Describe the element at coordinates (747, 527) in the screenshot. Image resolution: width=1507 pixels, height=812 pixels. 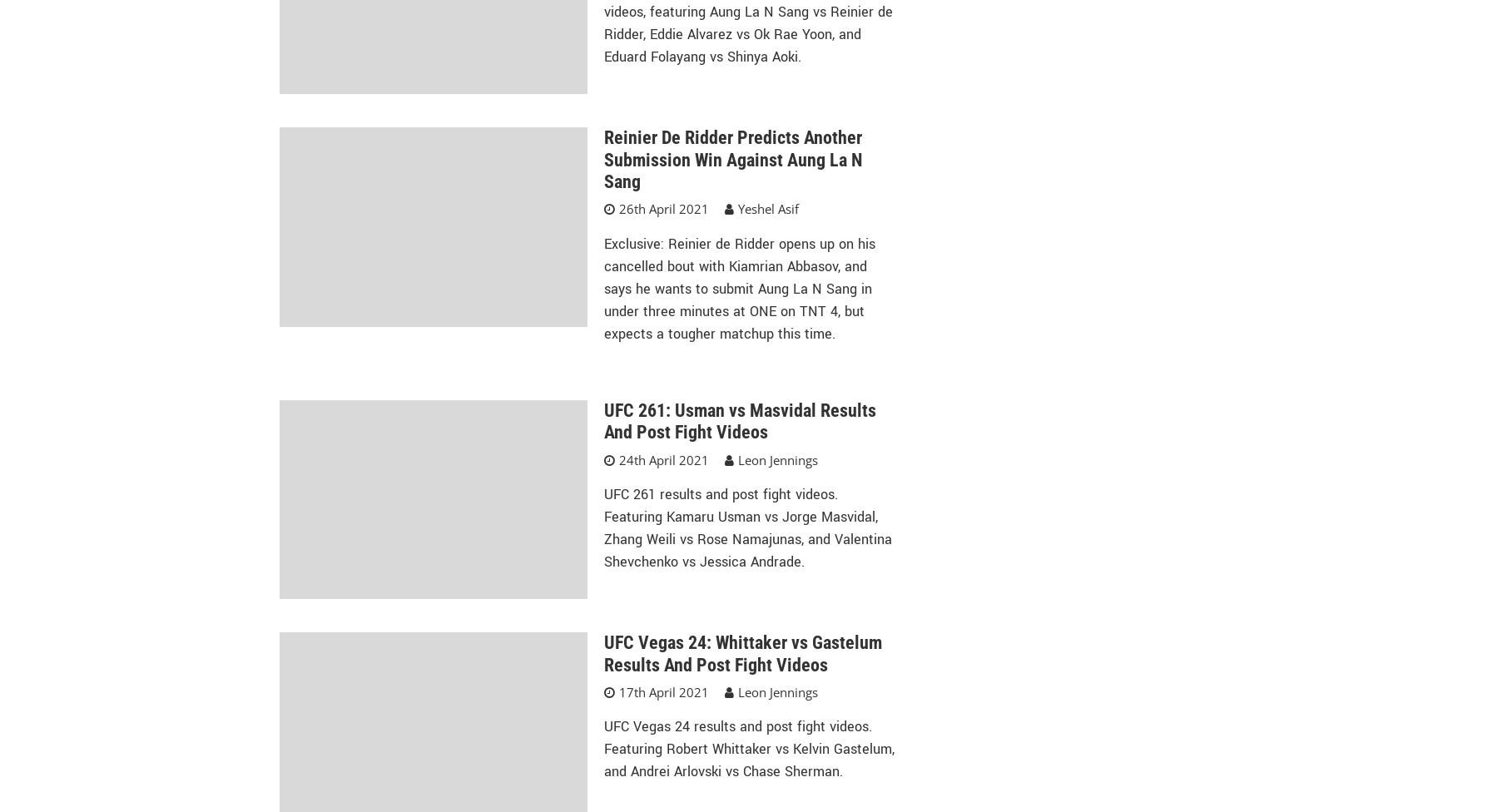
I see `'UFC 261 results and post fight videos. Featuring Kamaru Usman vs Jorge Masvidal, Zhang Weili vs Rose Namajunas, and Valentina Shevchenko vs Jessica Andrade.'` at that location.